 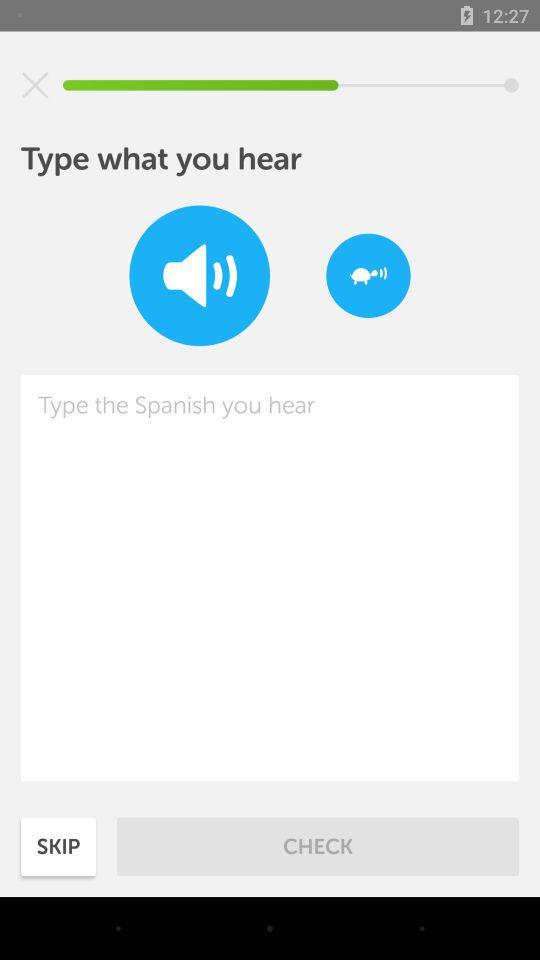 What do you see at coordinates (270, 578) in the screenshot?
I see `text` at bounding box center [270, 578].